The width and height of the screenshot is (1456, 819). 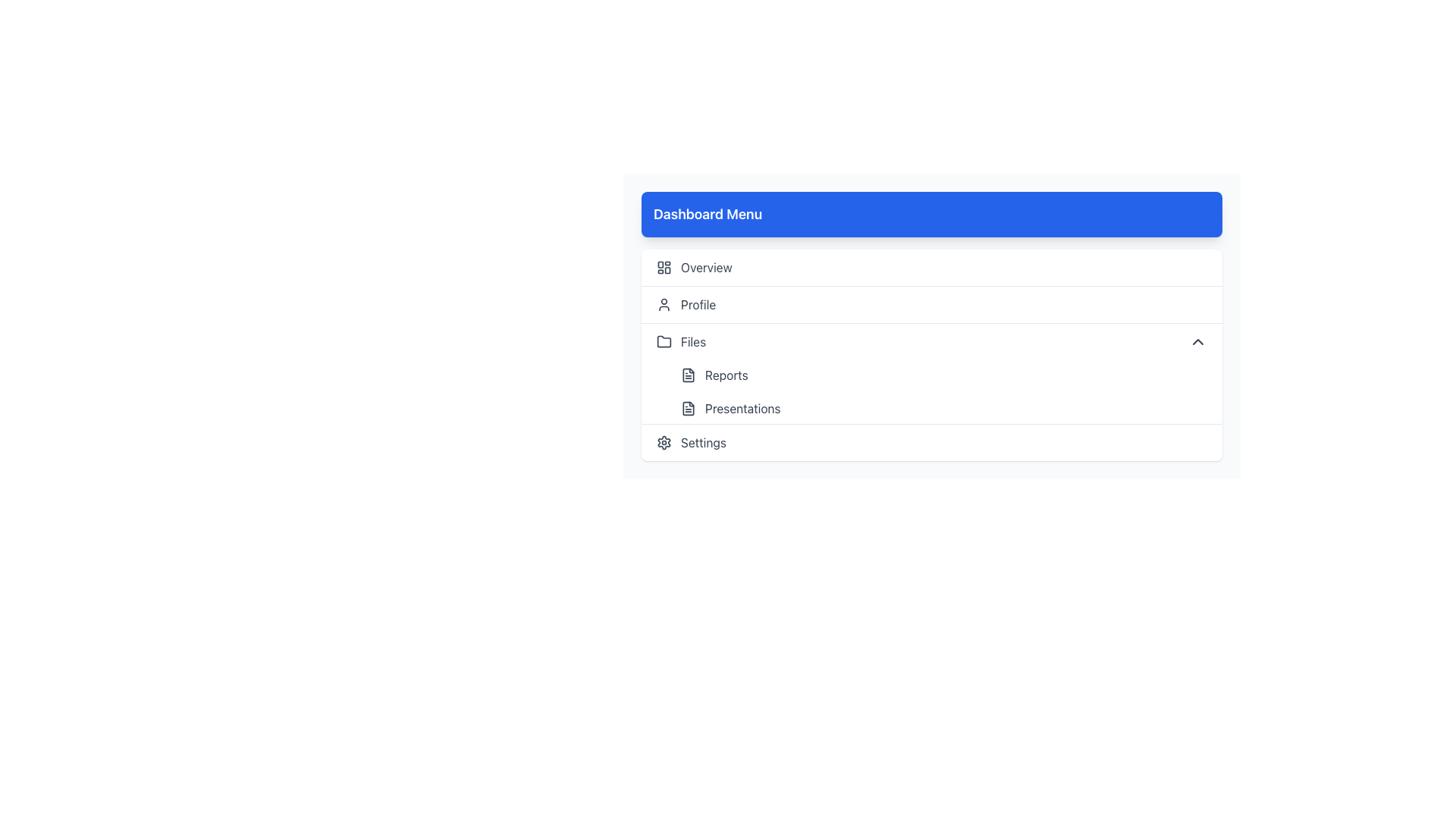 What do you see at coordinates (664, 304) in the screenshot?
I see `the user profile icon in the horizontal menu labeled 'Profile'` at bounding box center [664, 304].